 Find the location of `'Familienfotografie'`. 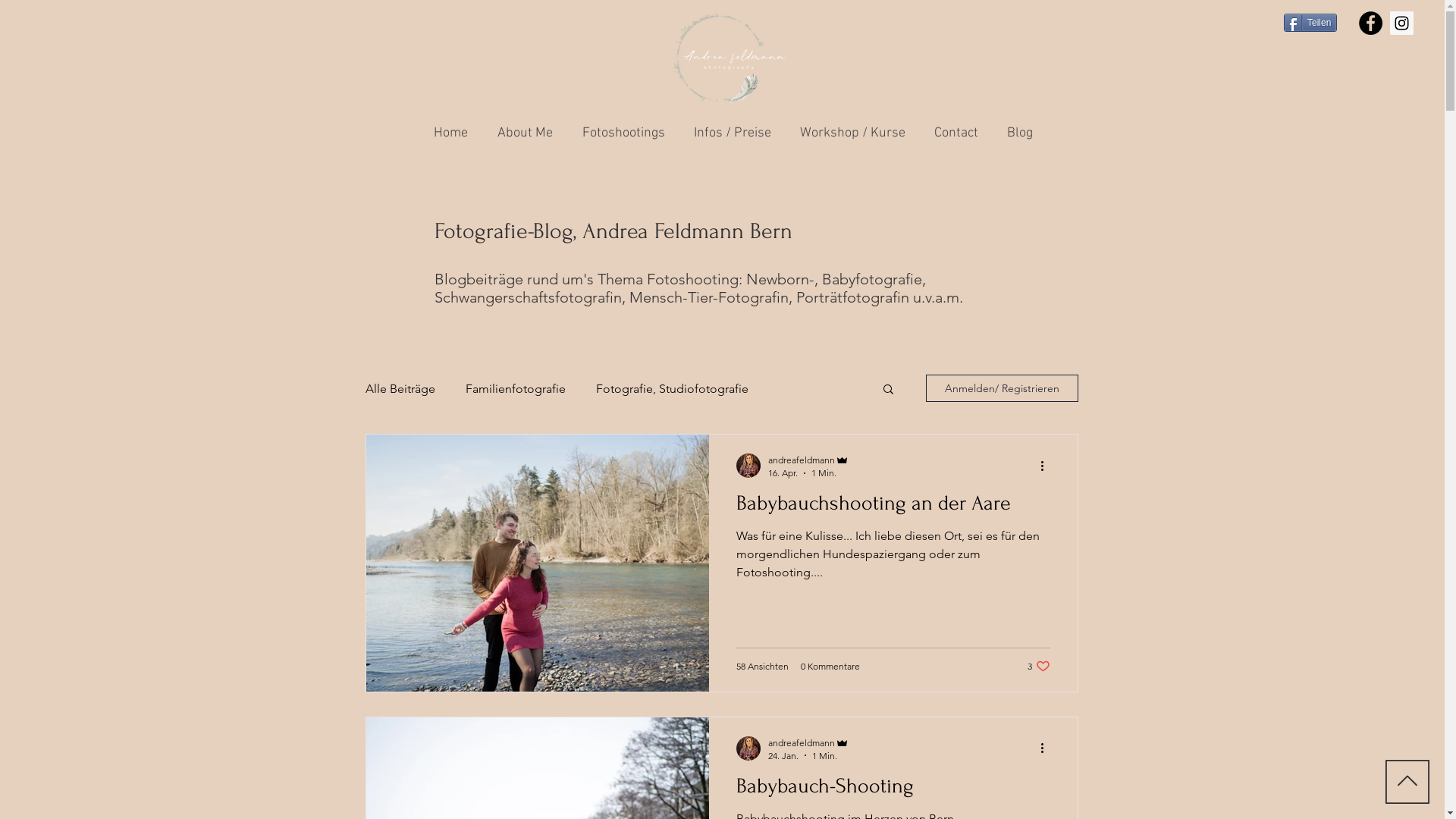

'Familienfotografie' is located at coordinates (516, 387).